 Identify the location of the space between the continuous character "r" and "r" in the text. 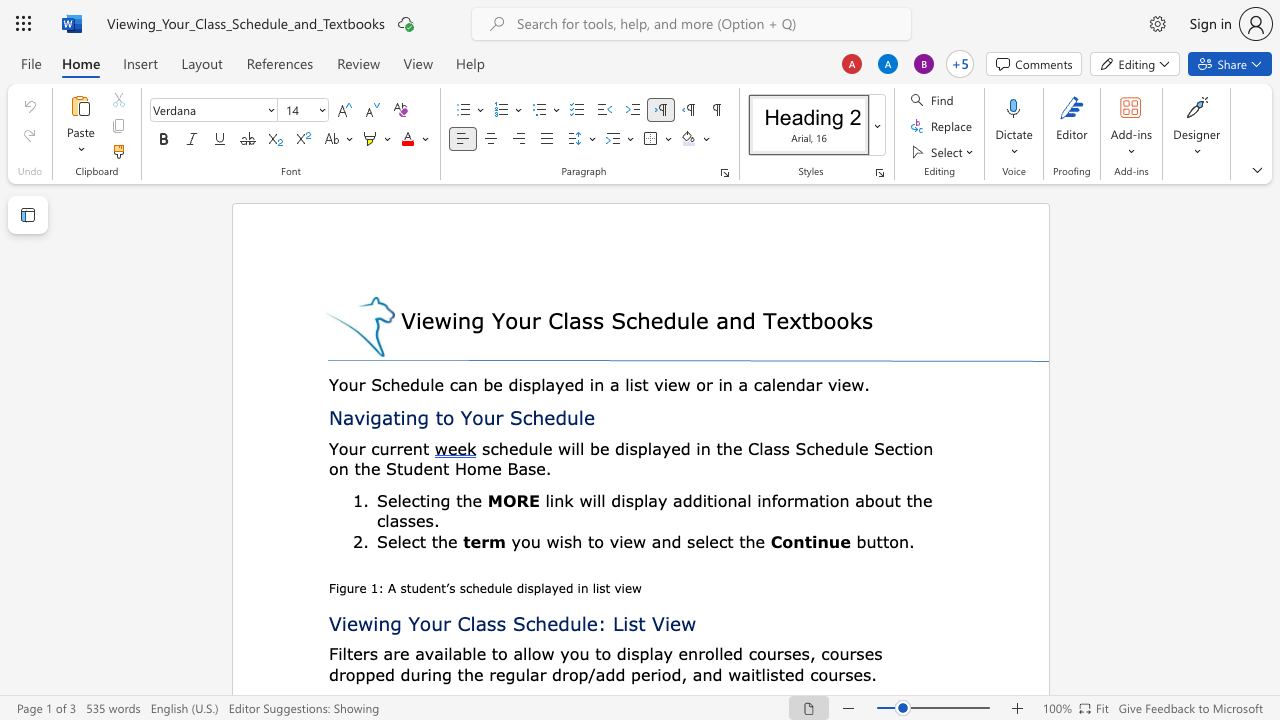
(396, 447).